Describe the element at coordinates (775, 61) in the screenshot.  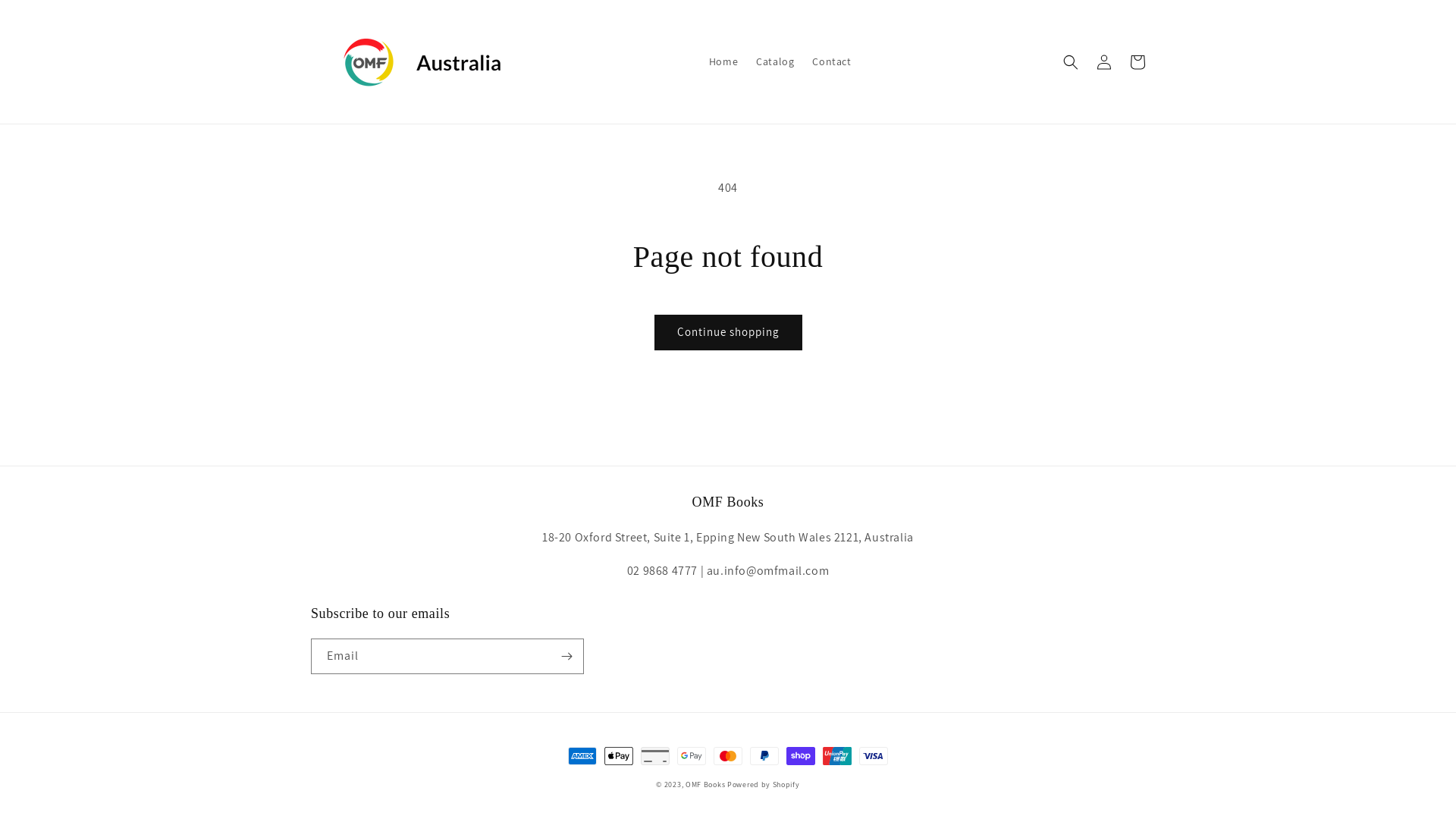
I see `'Catalog'` at that location.